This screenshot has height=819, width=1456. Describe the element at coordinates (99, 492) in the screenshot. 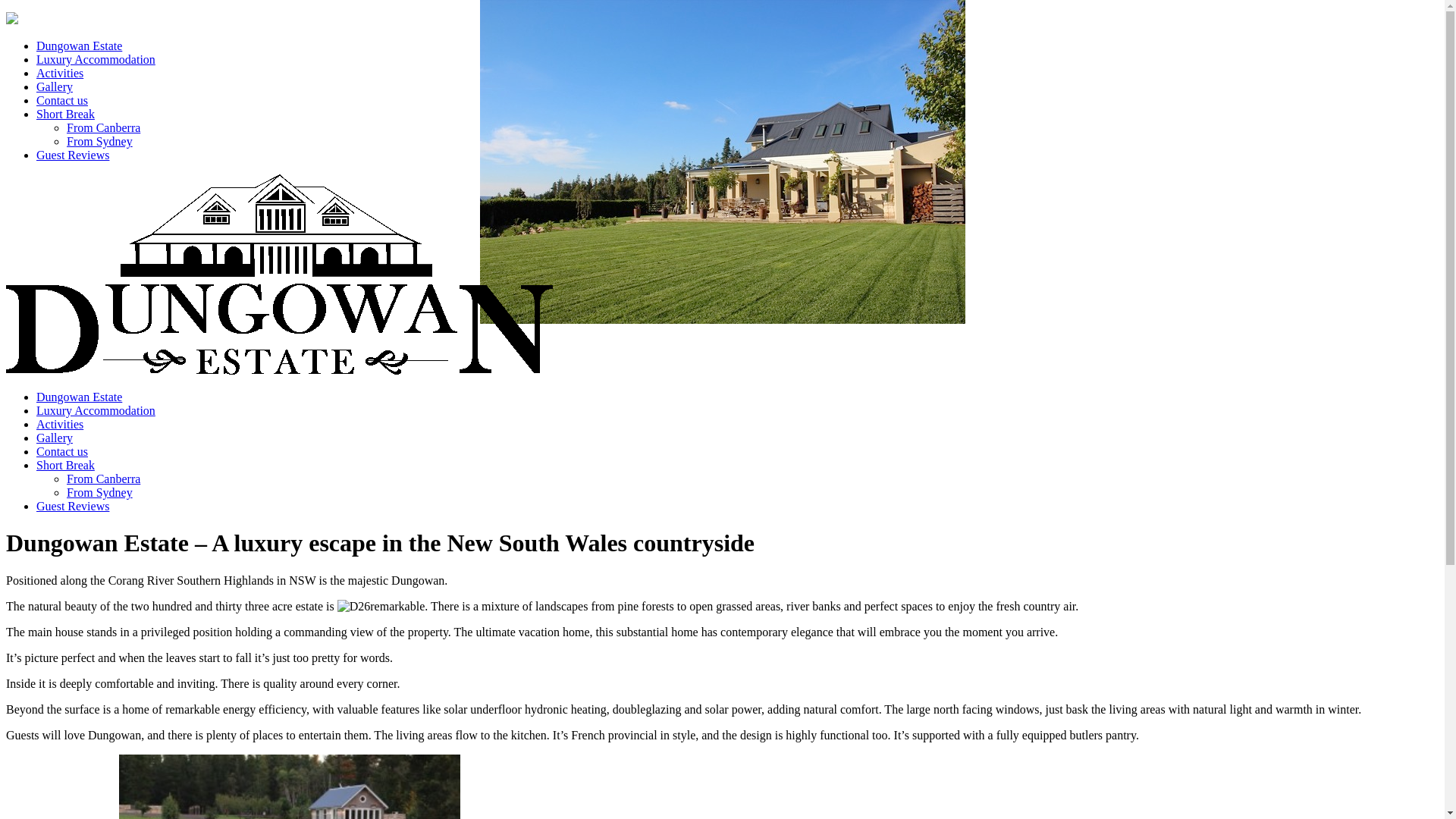

I see `'From Sydney'` at that location.